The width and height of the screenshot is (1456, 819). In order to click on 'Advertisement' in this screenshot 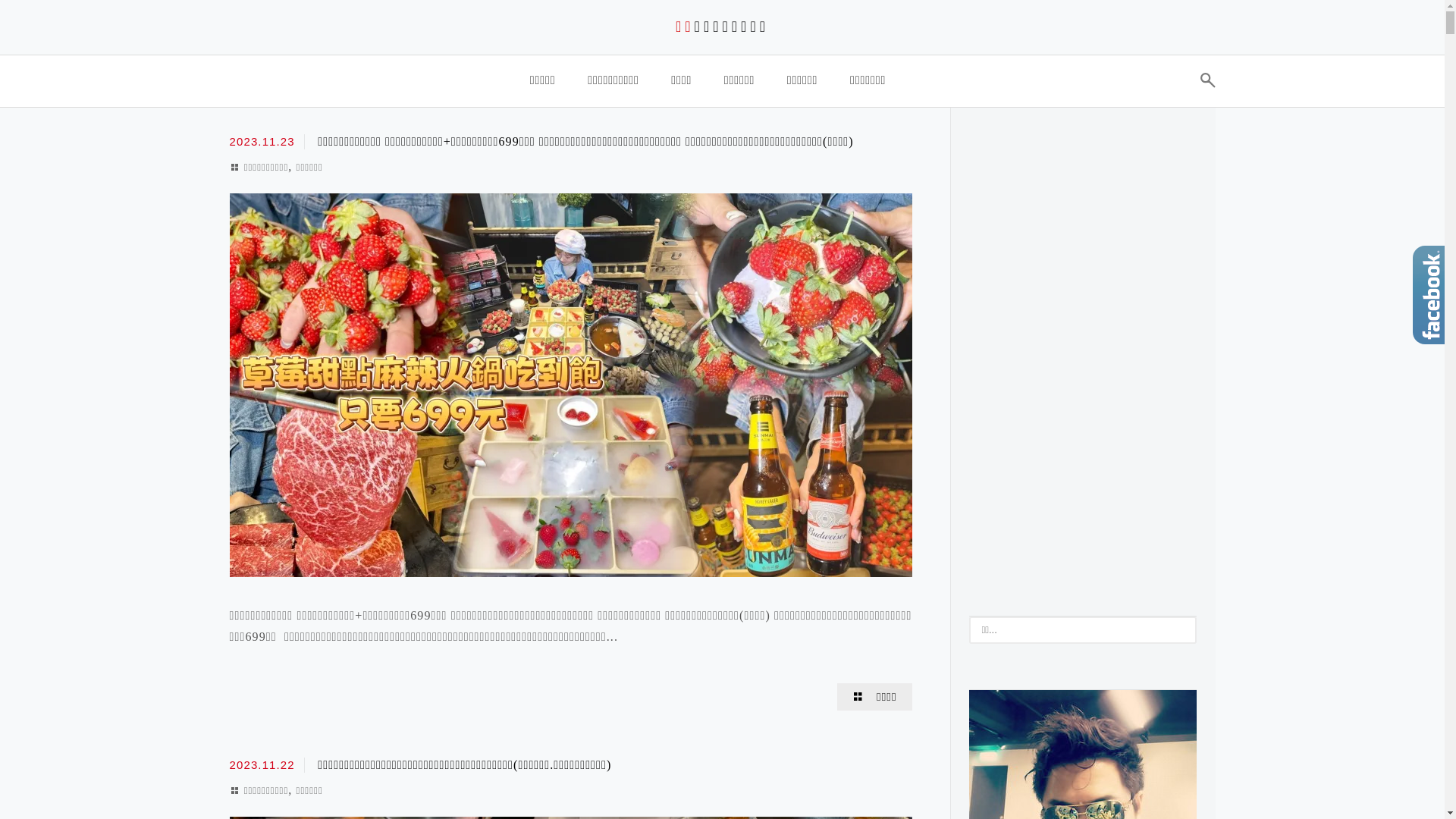, I will do `click(1082, 350)`.